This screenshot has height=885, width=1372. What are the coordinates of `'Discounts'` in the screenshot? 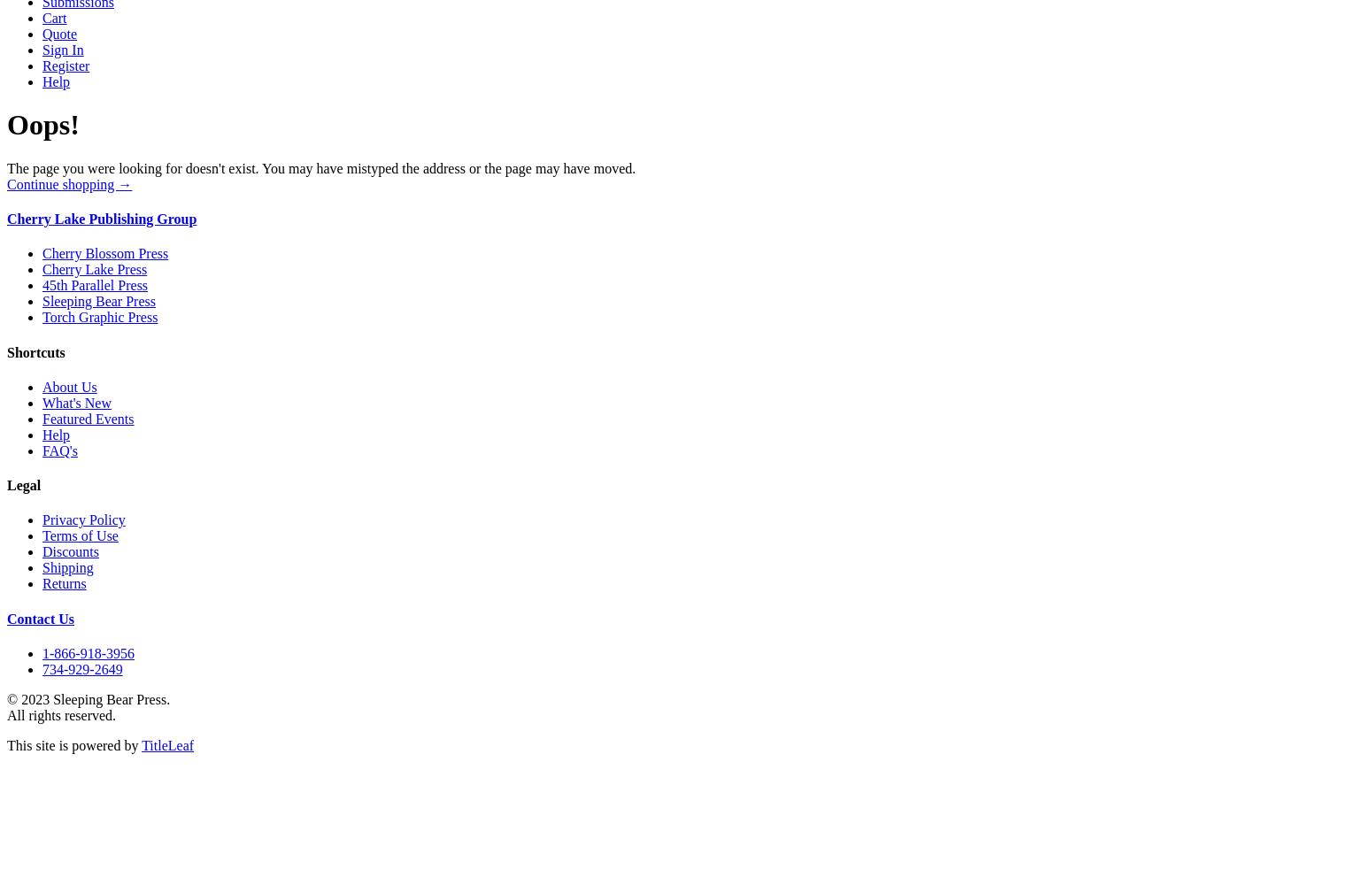 It's located at (42, 550).